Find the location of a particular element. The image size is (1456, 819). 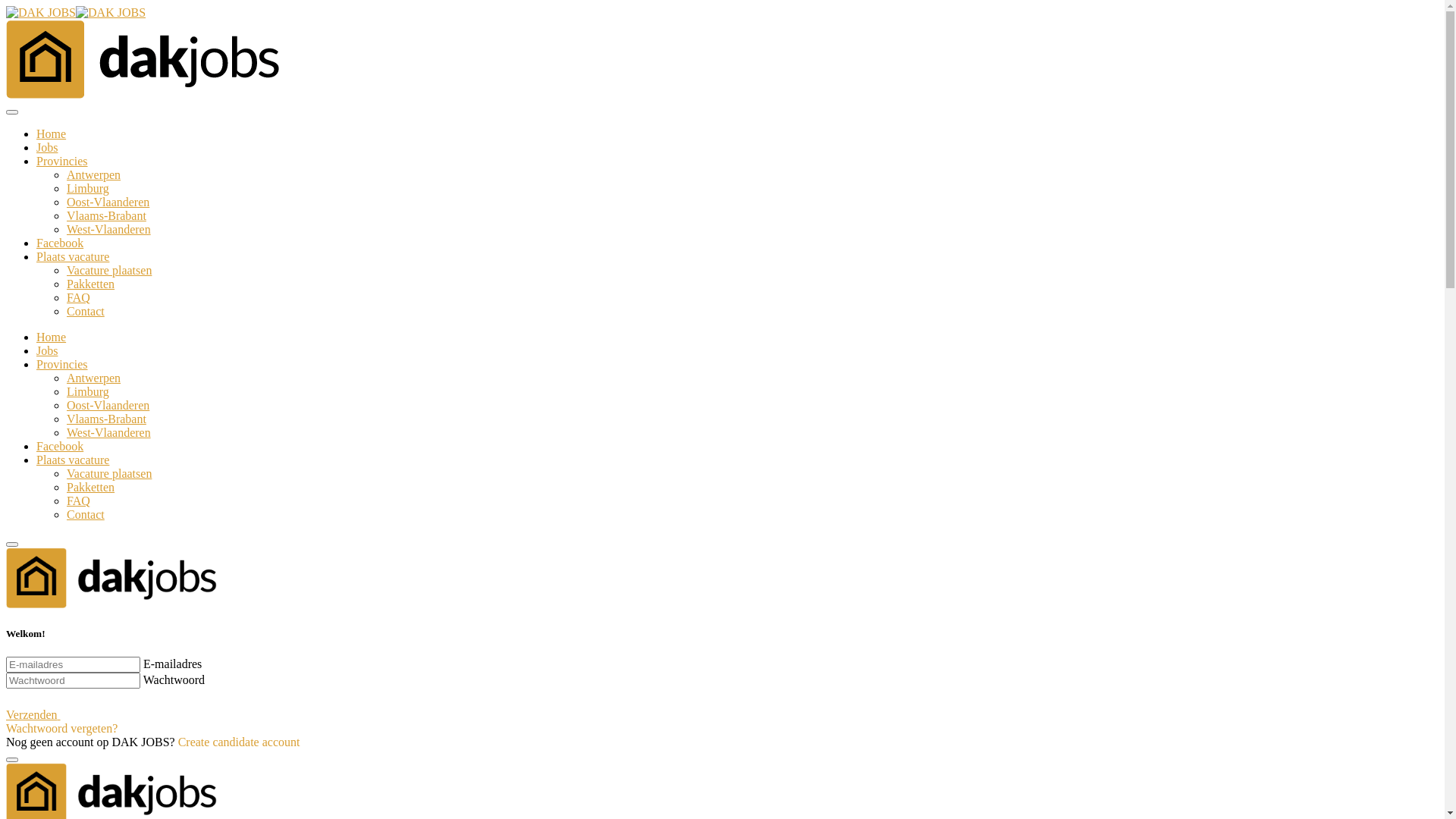

'Provincies' is located at coordinates (61, 364).